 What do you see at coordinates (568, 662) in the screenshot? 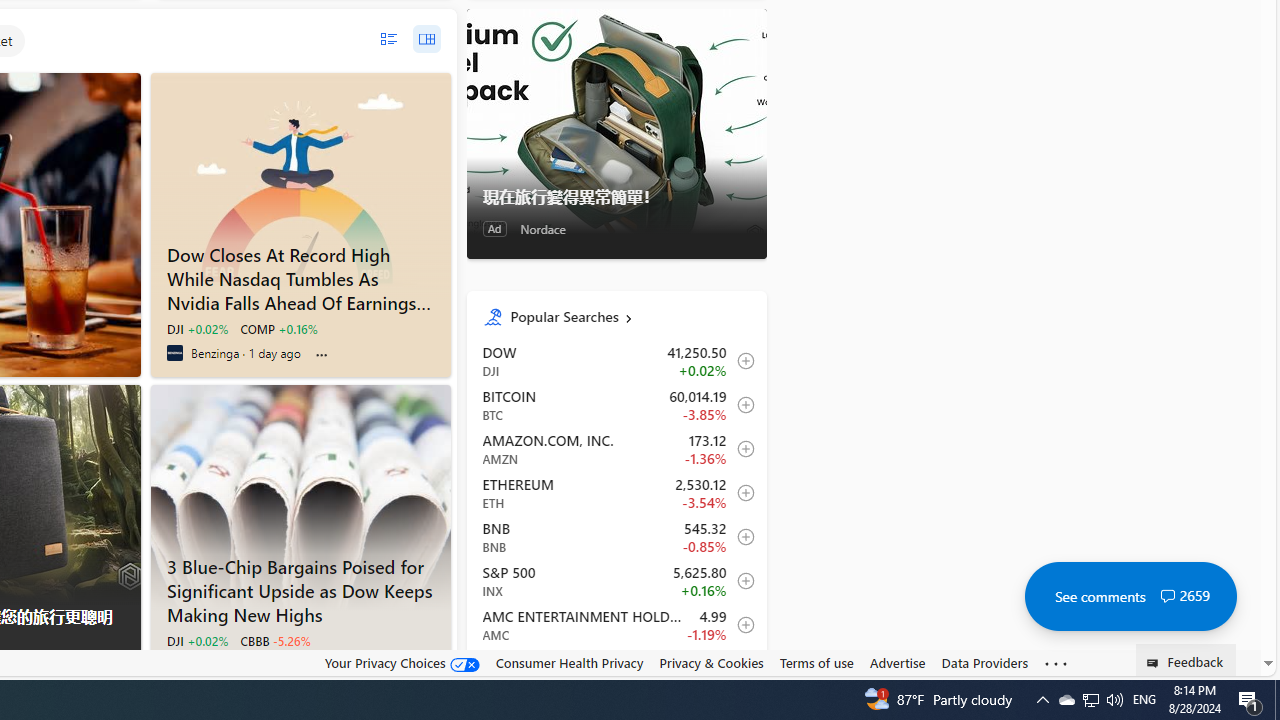
I see `'Consumer Health Privacy'` at bounding box center [568, 662].